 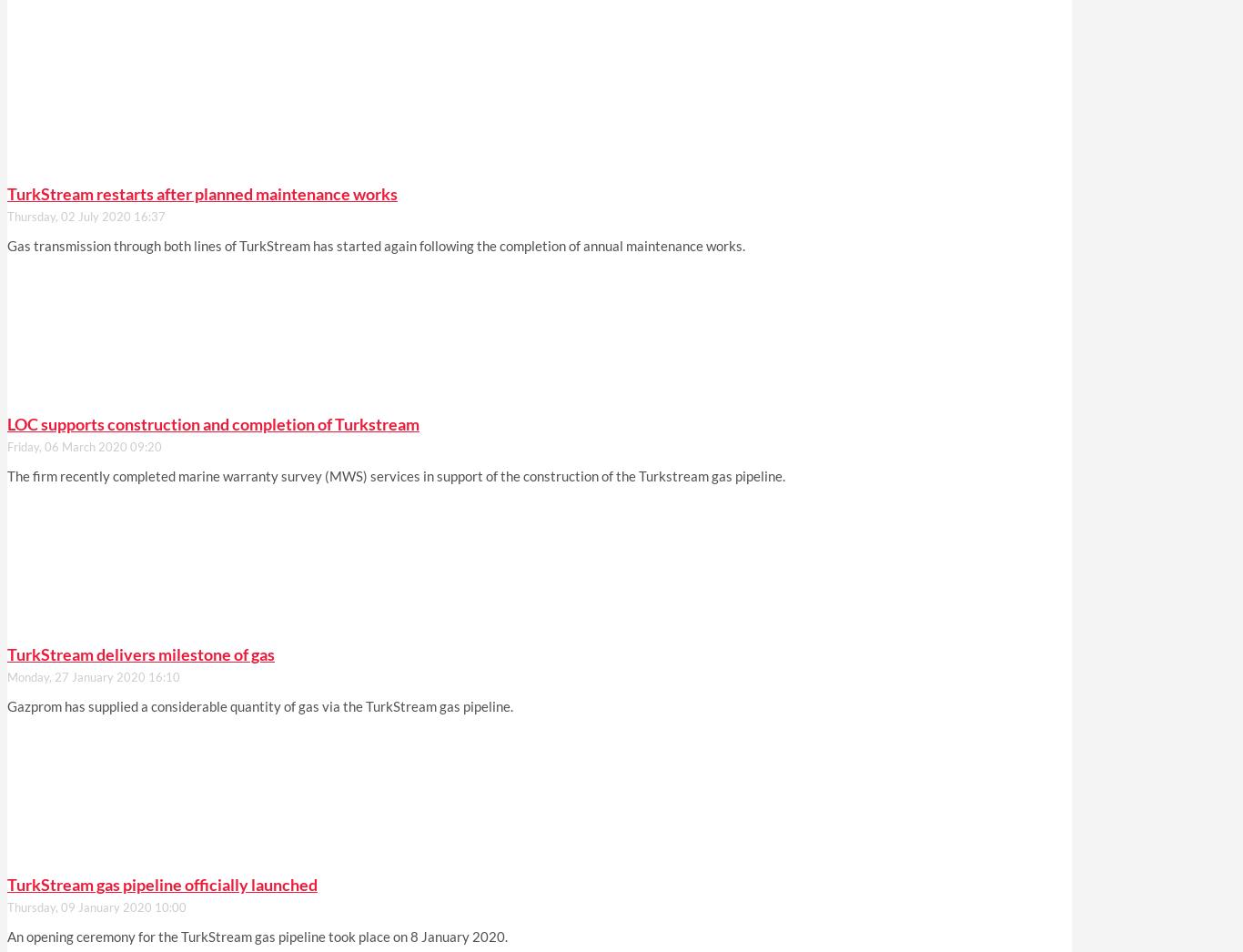 What do you see at coordinates (260, 705) in the screenshot?
I see `'Gazprom has supplied a considerable quantity of gas via the TurkStream gas pipeline.'` at bounding box center [260, 705].